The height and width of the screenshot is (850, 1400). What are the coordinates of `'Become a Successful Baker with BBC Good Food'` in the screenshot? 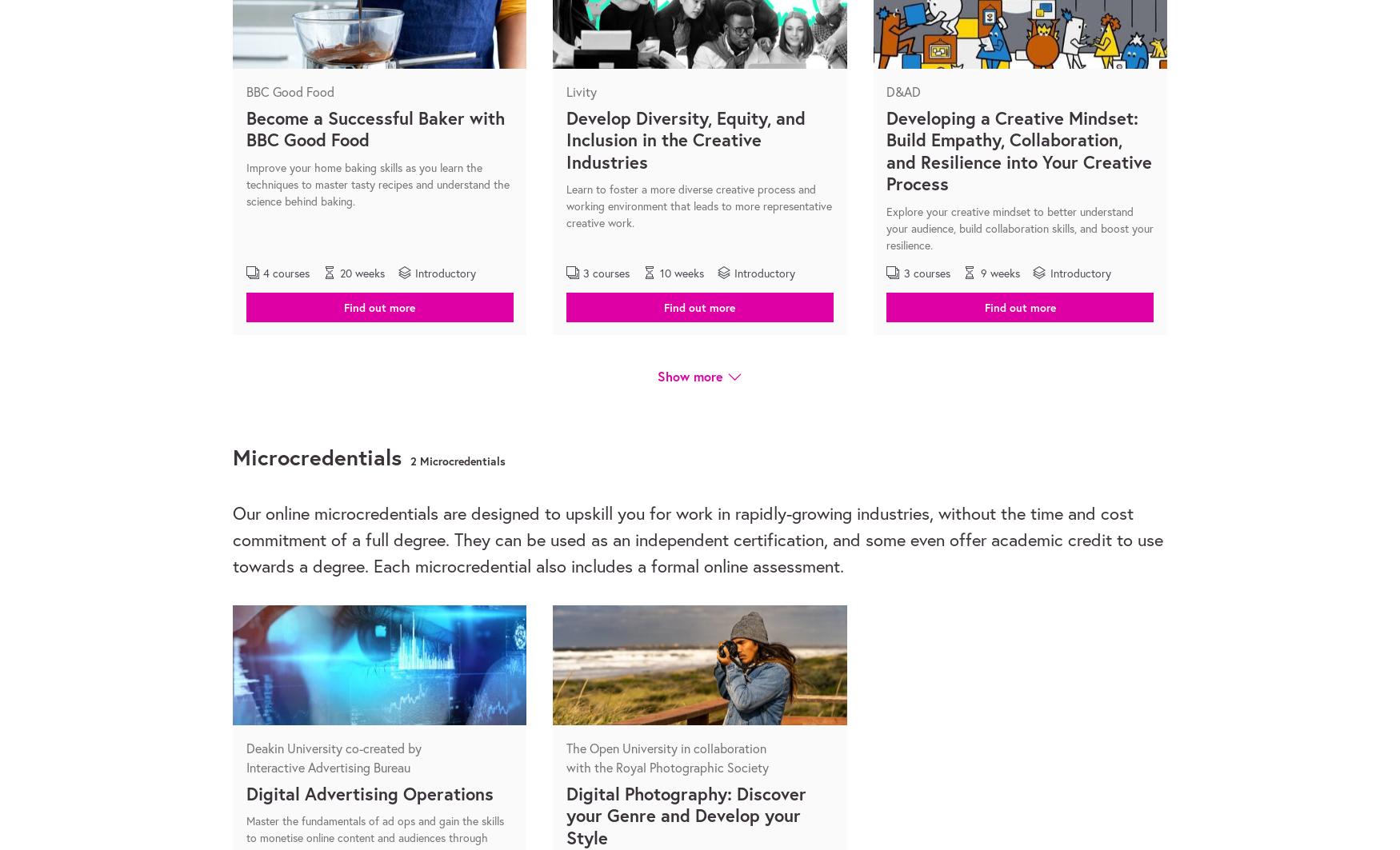 It's located at (374, 128).